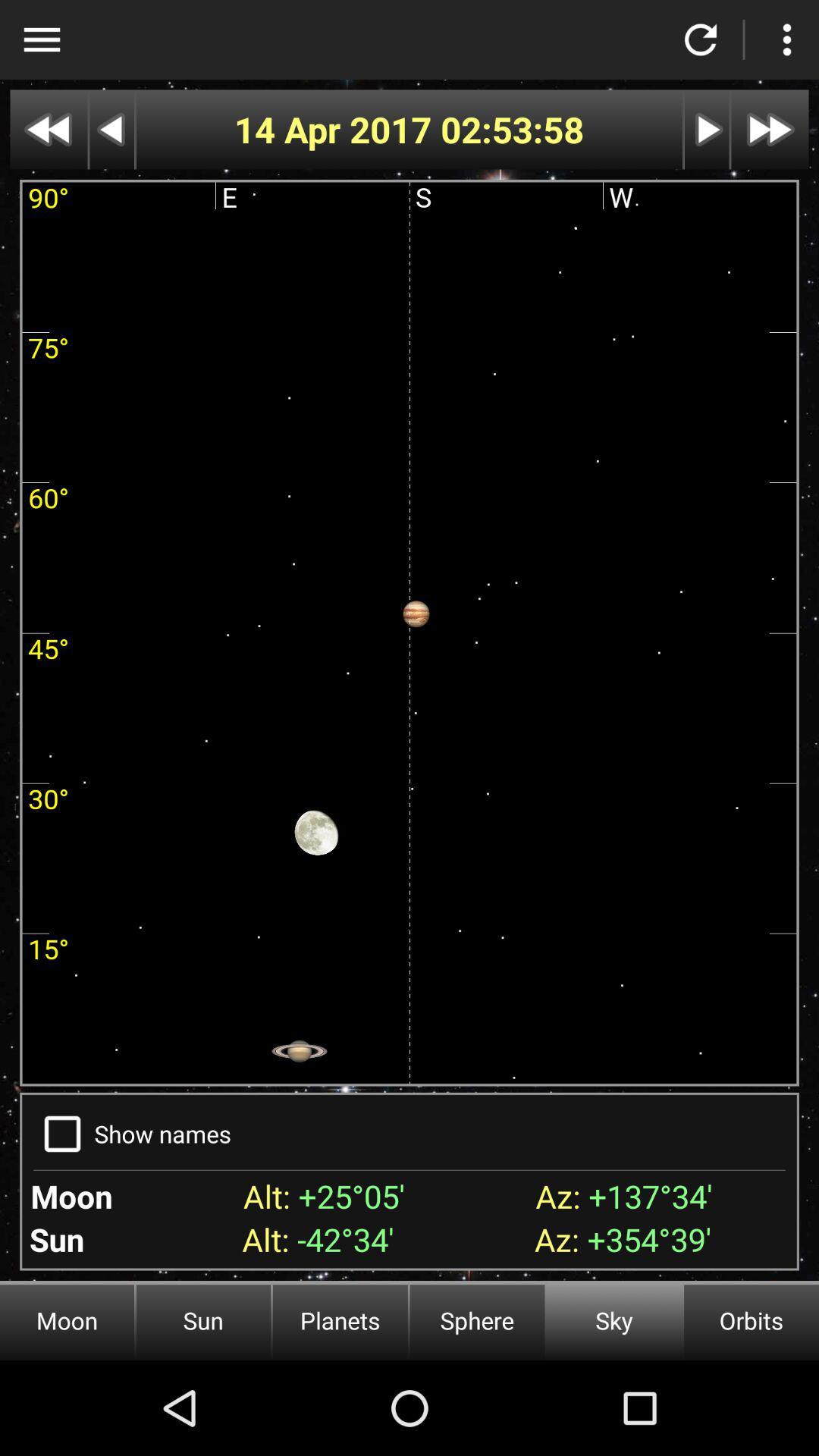 The image size is (819, 1456). What do you see at coordinates (337, 130) in the screenshot?
I see `app to the left of the 02:53:58` at bounding box center [337, 130].